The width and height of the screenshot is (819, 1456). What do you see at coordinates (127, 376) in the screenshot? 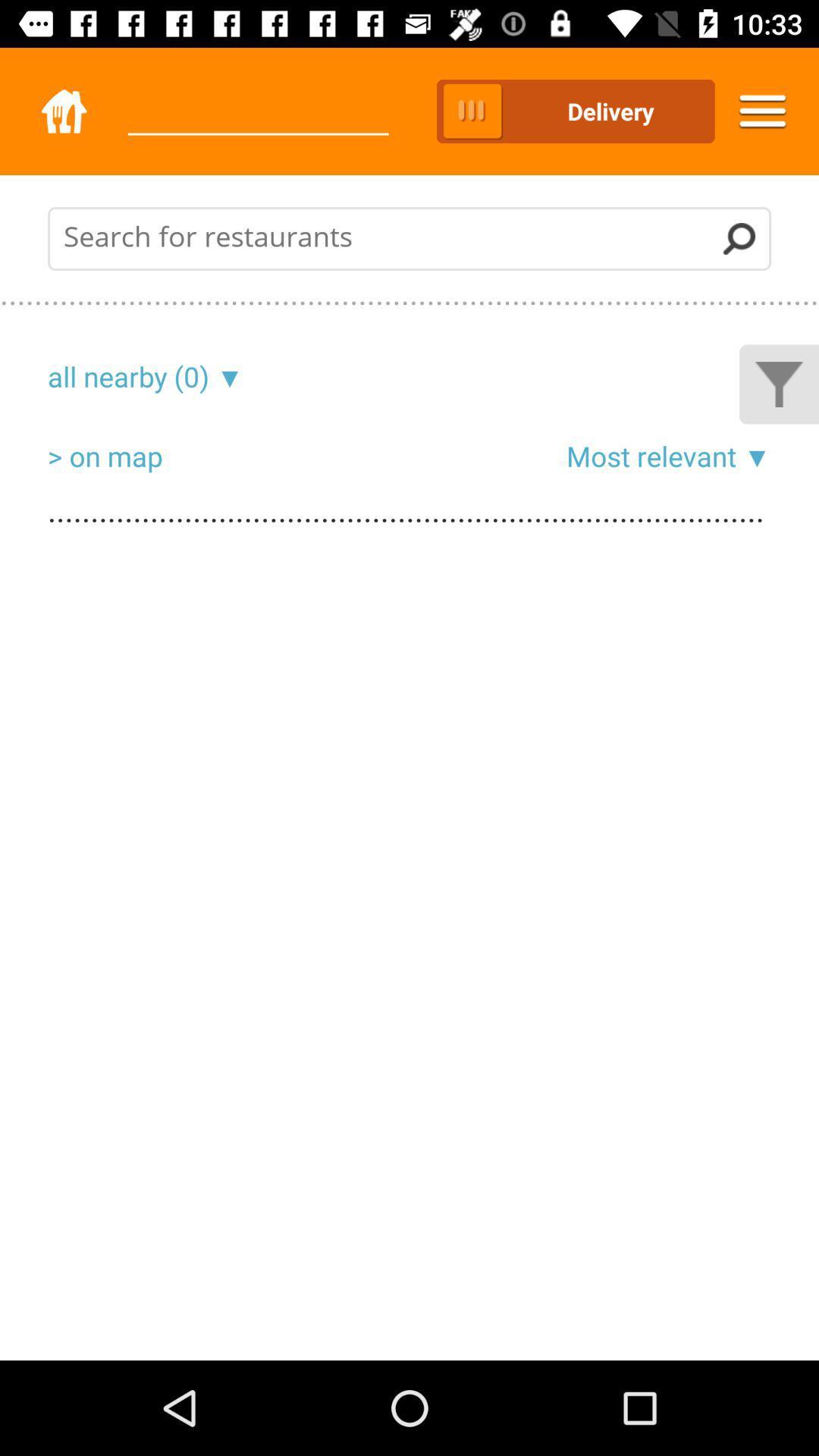
I see `the icon above the > on map icon` at bounding box center [127, 376].